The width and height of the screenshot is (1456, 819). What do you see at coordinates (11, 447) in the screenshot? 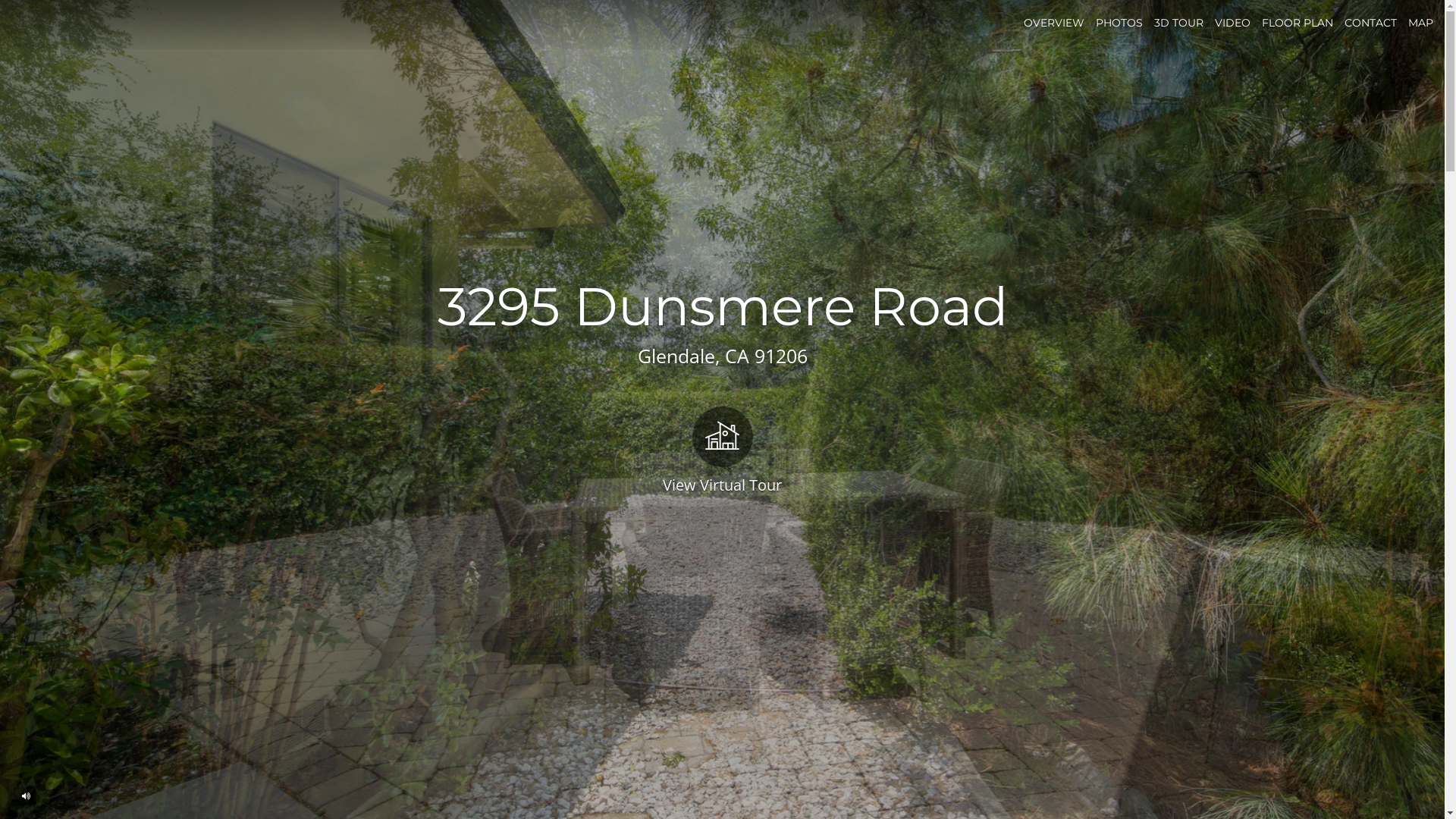
I see `'View Virtual Tour'` at bounding box center [11, 447].